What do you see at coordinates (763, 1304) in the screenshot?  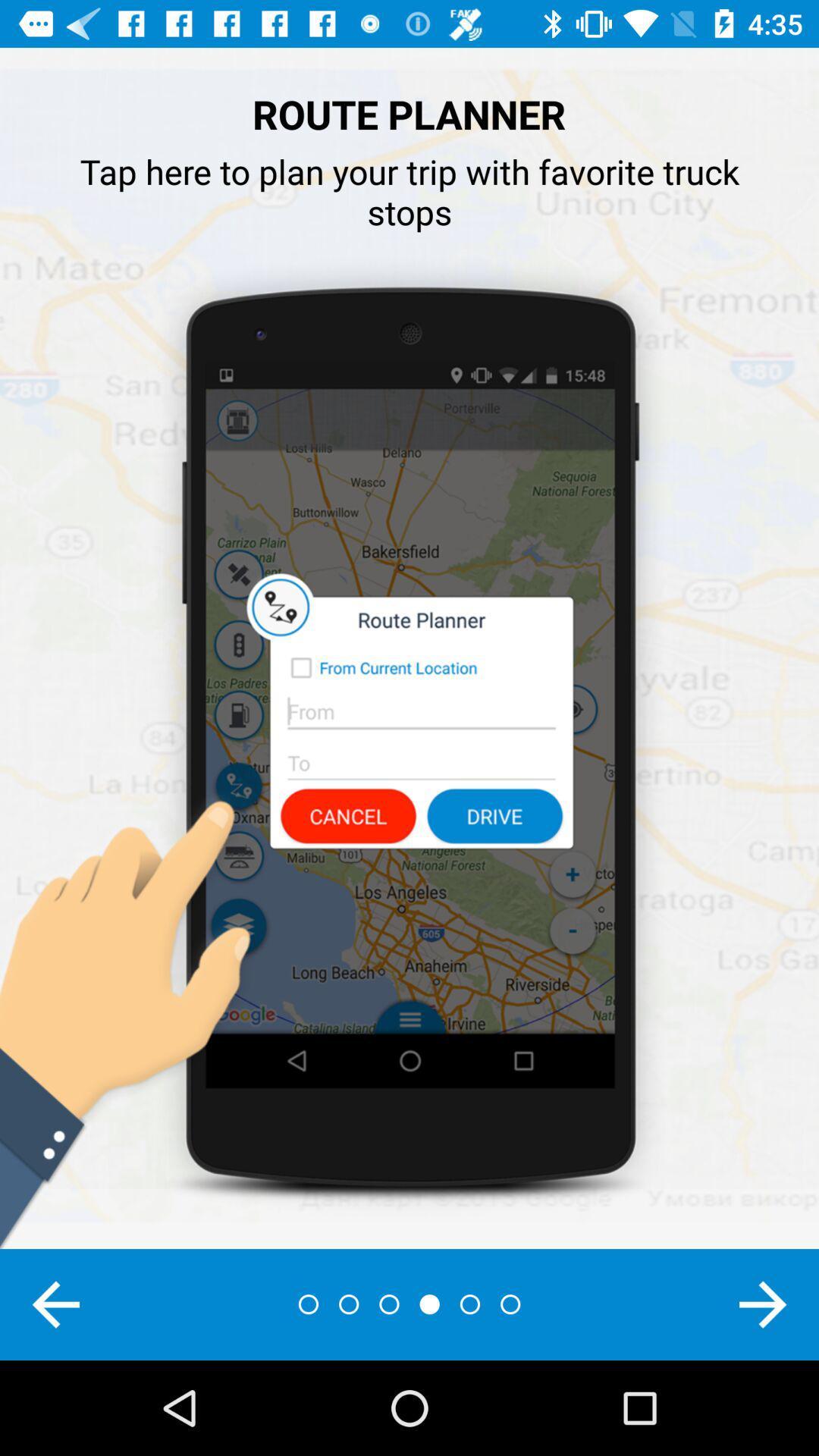 I see `next page` at bounding box center [763, 1304].